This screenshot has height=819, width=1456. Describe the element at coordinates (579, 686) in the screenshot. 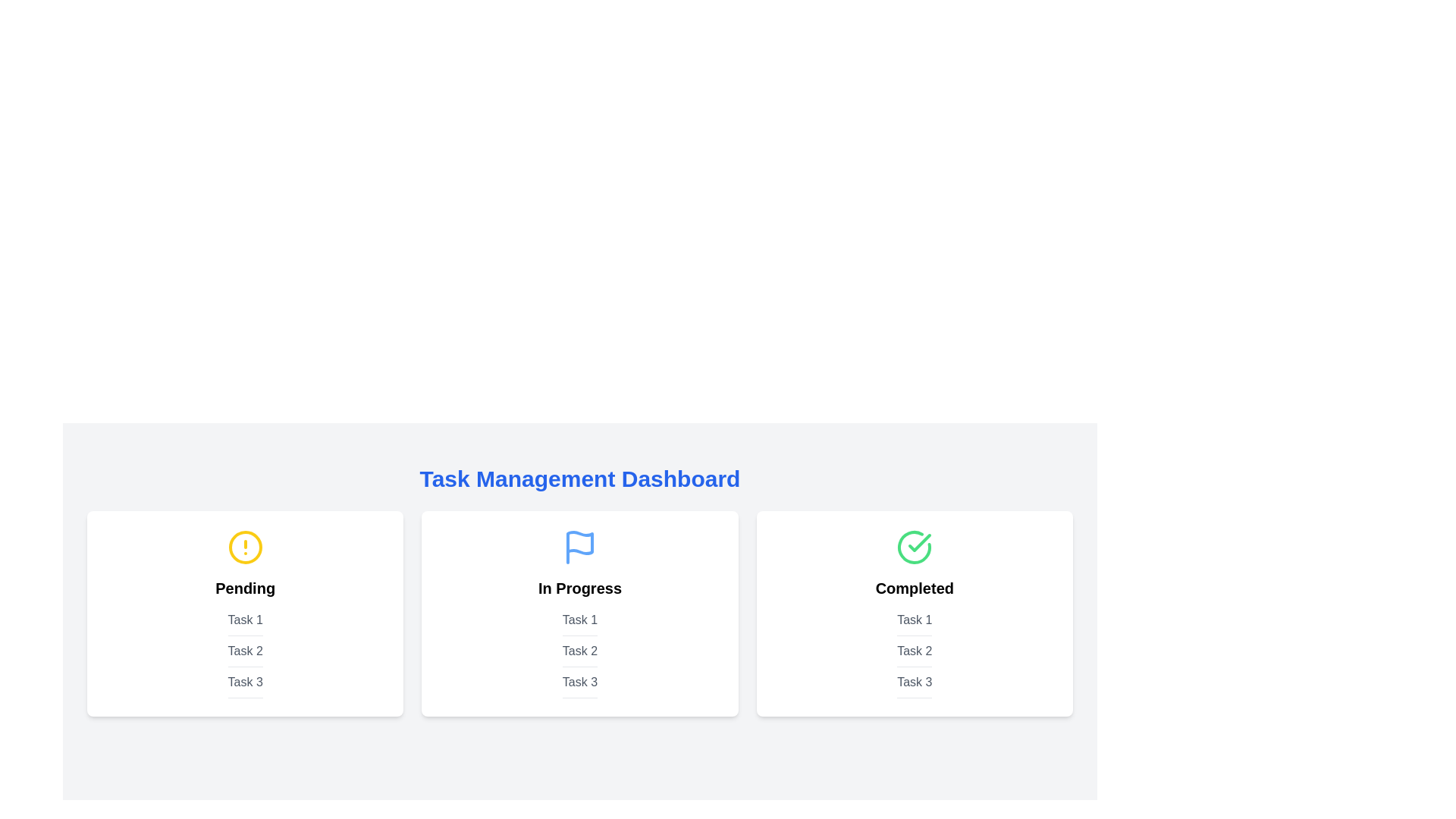

I see `the text label displaying 'Task 3', which is styled with a subtle border and aligned left in the 'In Progress' section of the task management dashboard` at that location.